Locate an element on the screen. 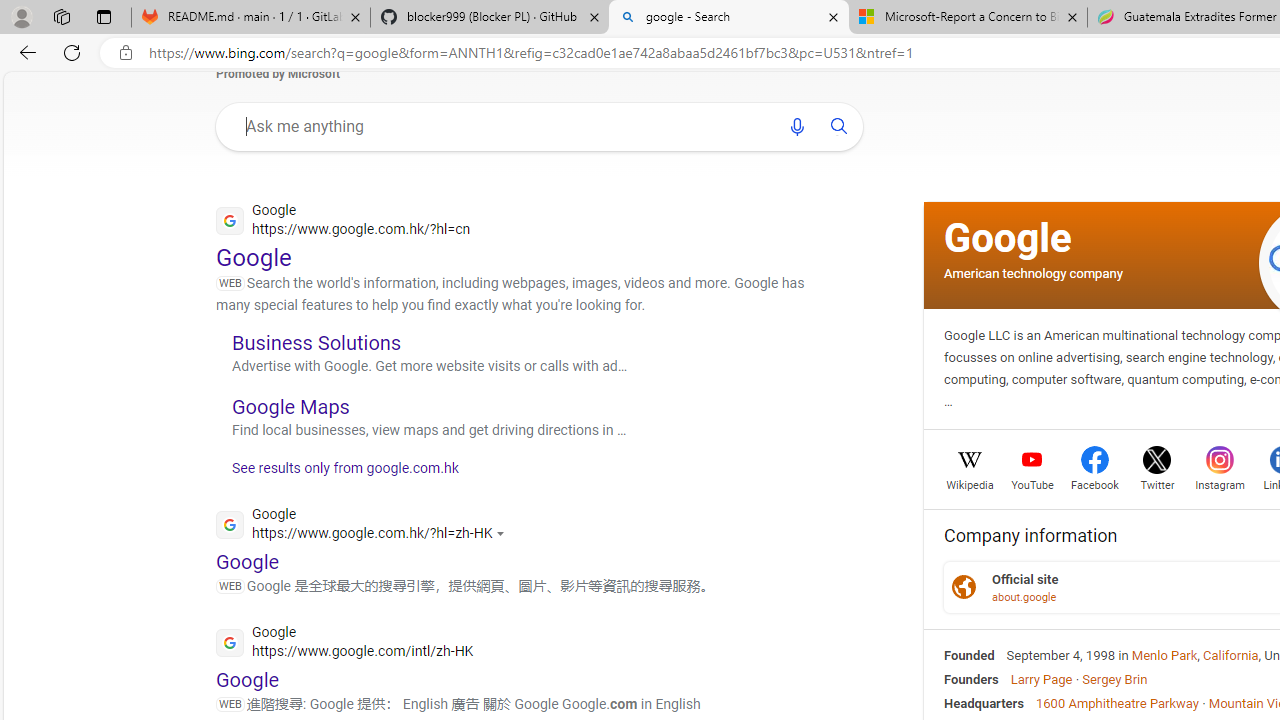 The image size is (1280, 720). 'Microsoft-Report a Concern to Bing' is located at coordinates (967, 17).